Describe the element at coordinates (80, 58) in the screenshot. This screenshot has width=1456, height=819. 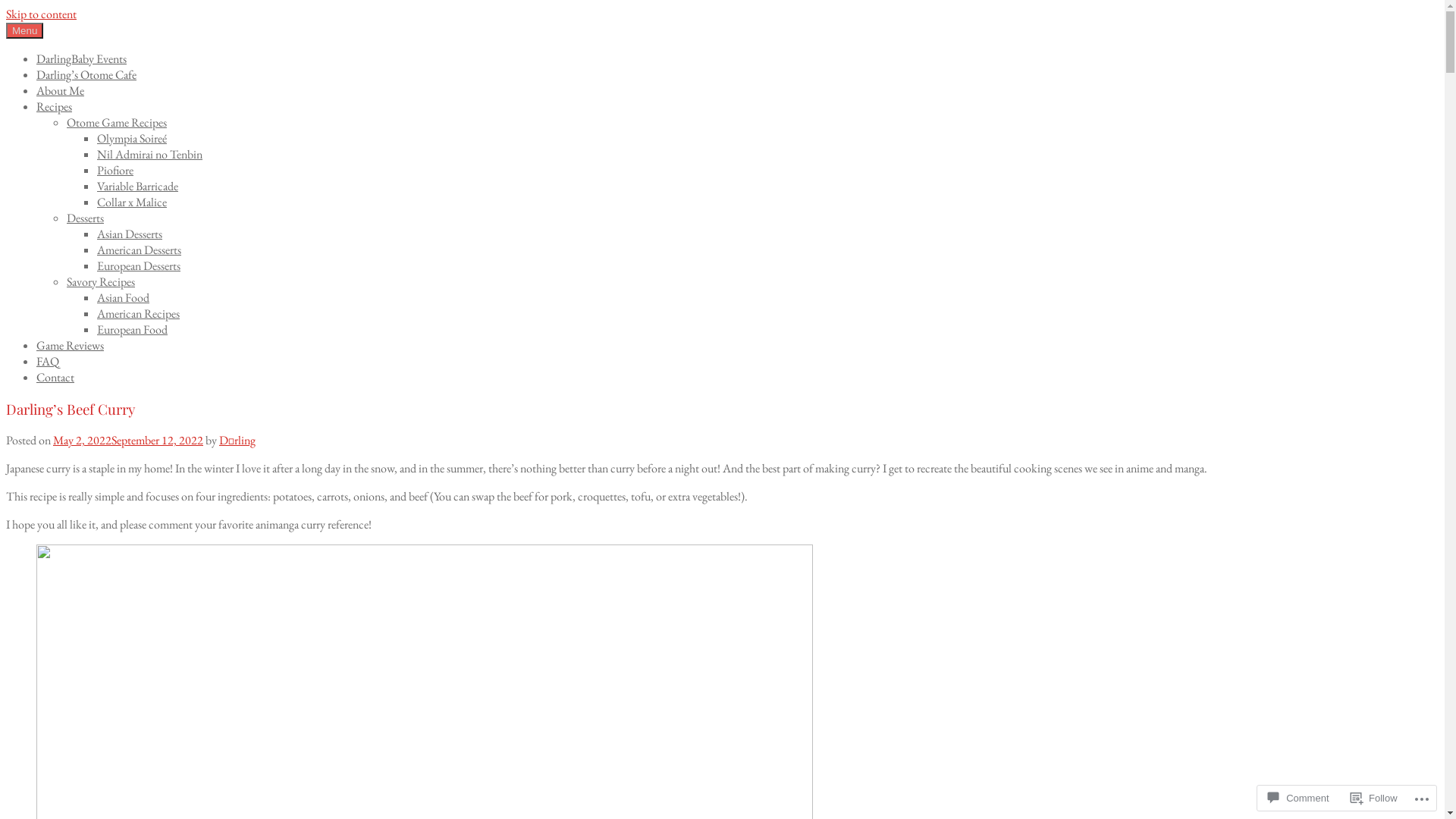
I see `'DarlingBaby Events'` at that location.